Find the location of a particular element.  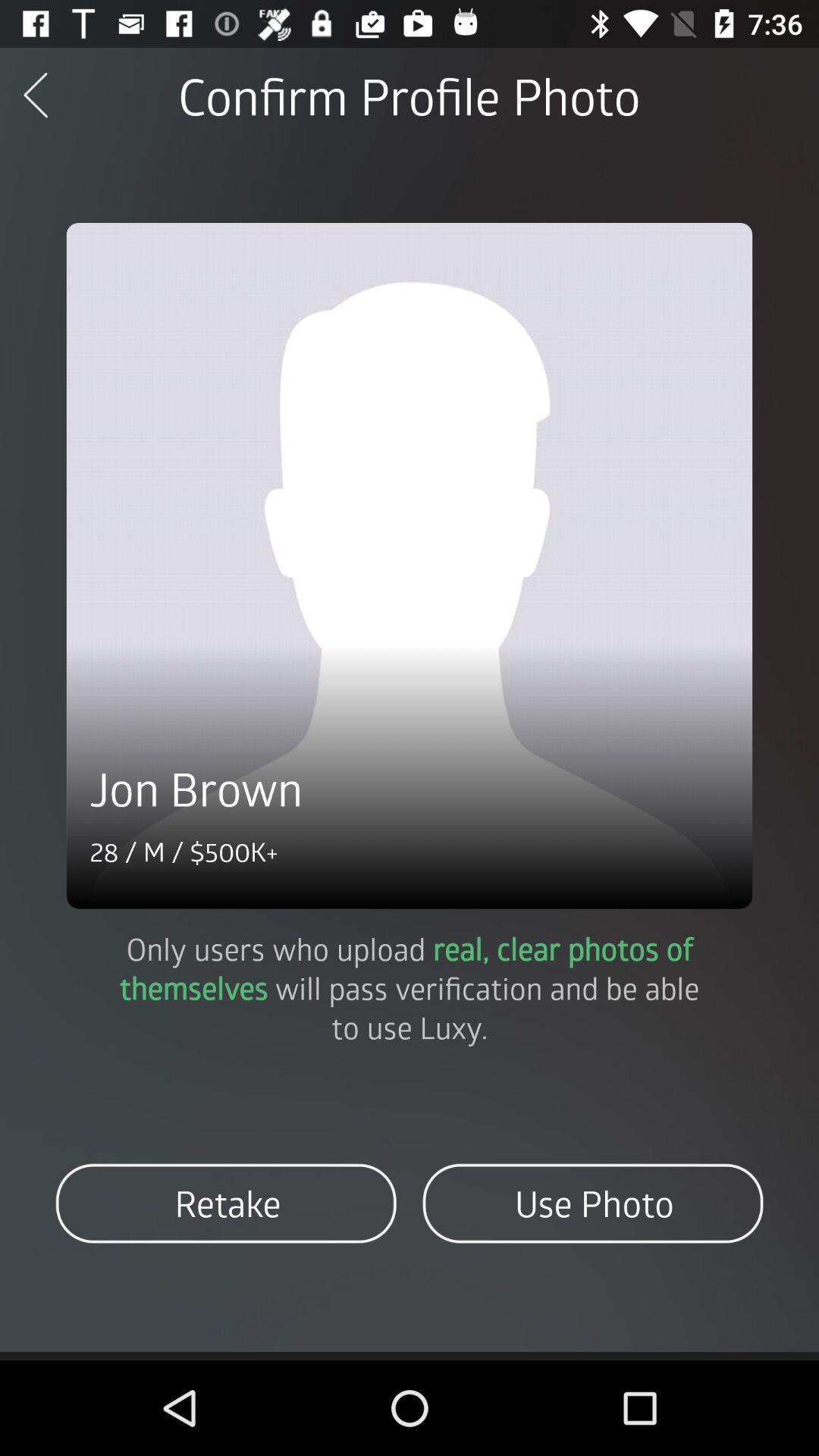

only users who icon is located at coordinates (409, 987).